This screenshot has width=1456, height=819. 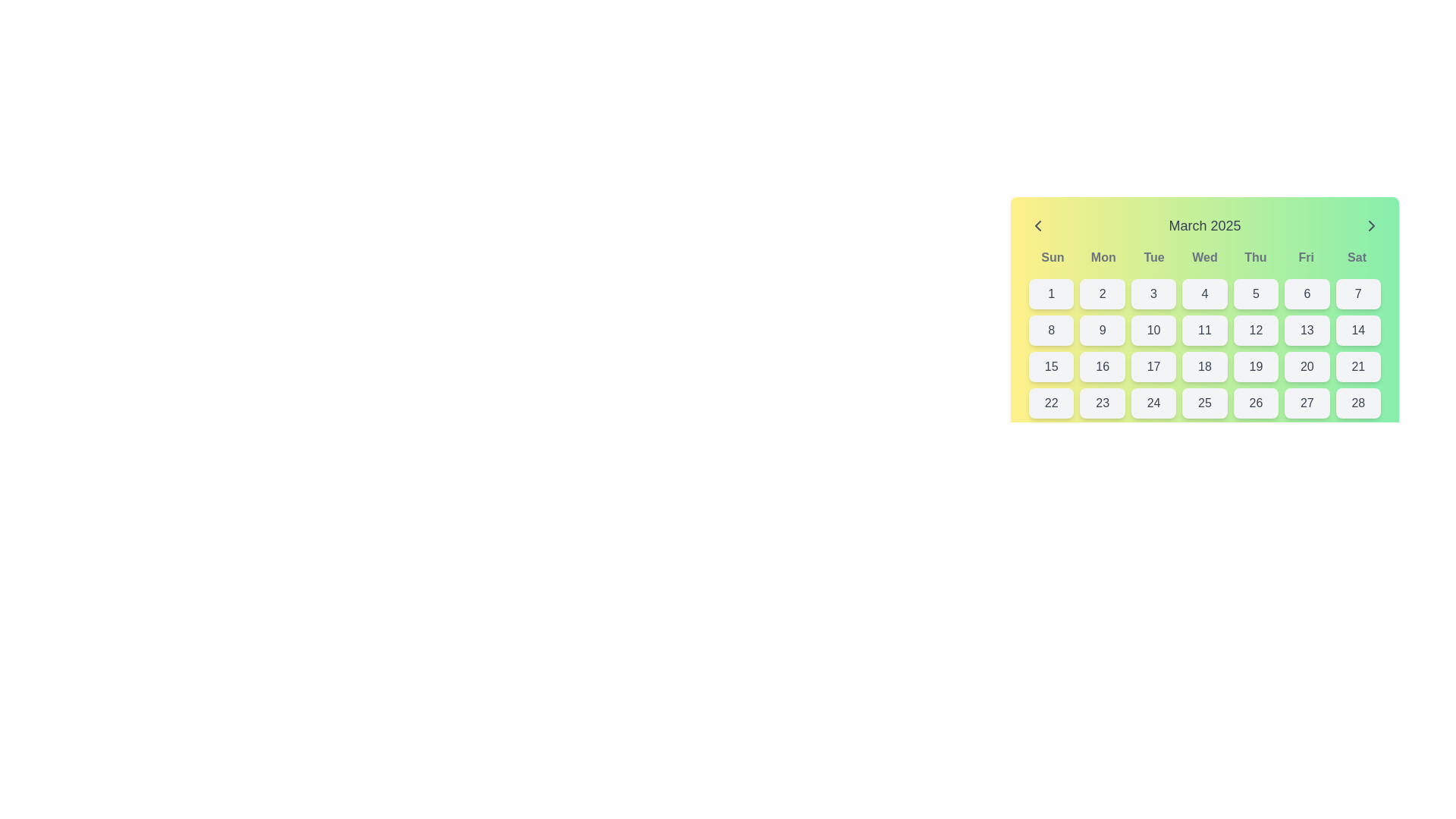 What do you see at coordinates (1203, 329) in the screenshot?
I see `the interactive calendar day selector button representing the date '11' located in the second row, fourth column of the calendar layout to trigger hover effects` at bounding box center [1203, 329].